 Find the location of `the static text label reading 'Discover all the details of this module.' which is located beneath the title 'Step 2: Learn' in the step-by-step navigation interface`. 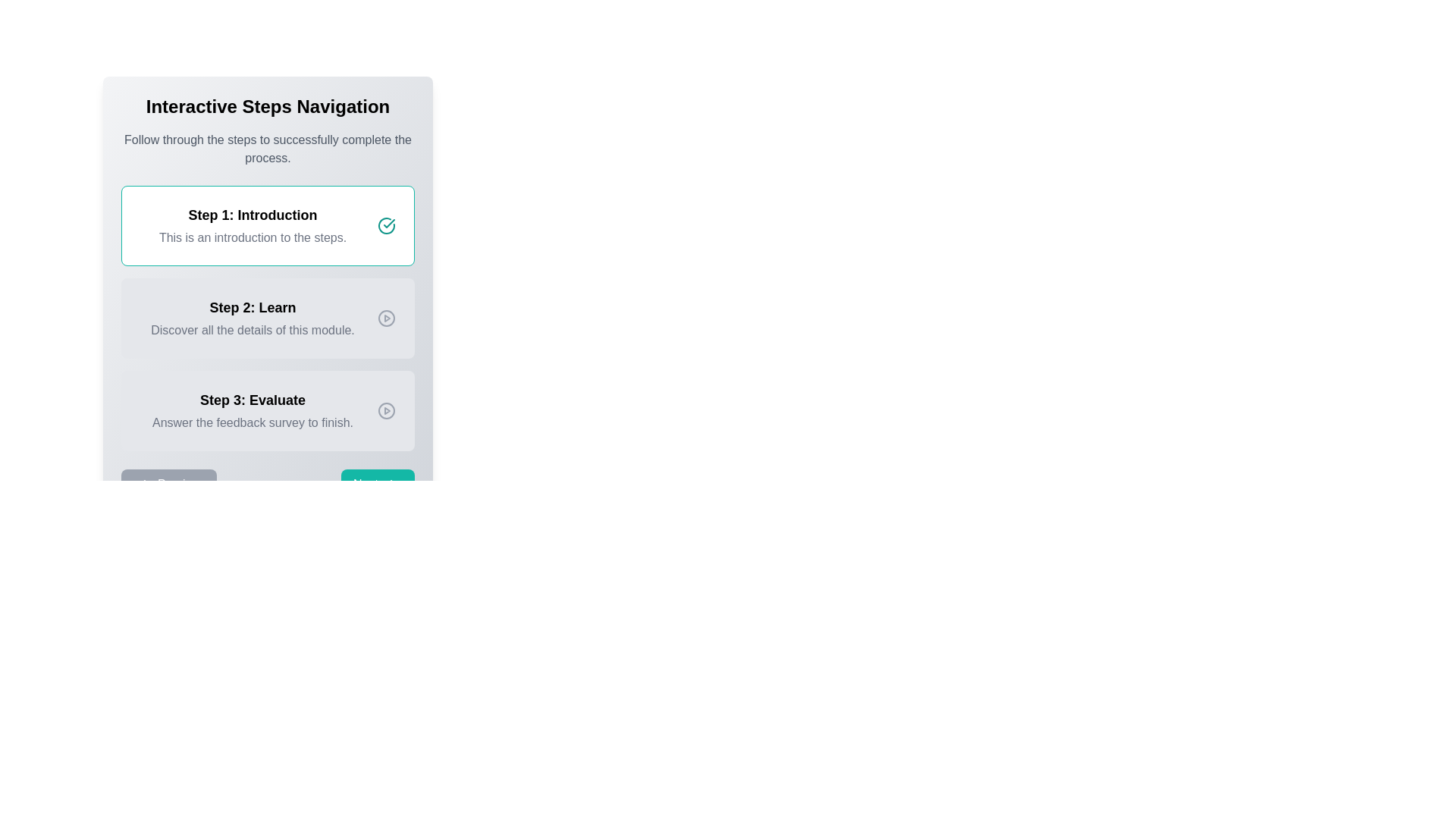

the static text label reading 'Discover all the details of this module.' which is located beneath the title 'Step 2: Learn' in the step-by-step navigation interface is located at coordinates (253, 329).